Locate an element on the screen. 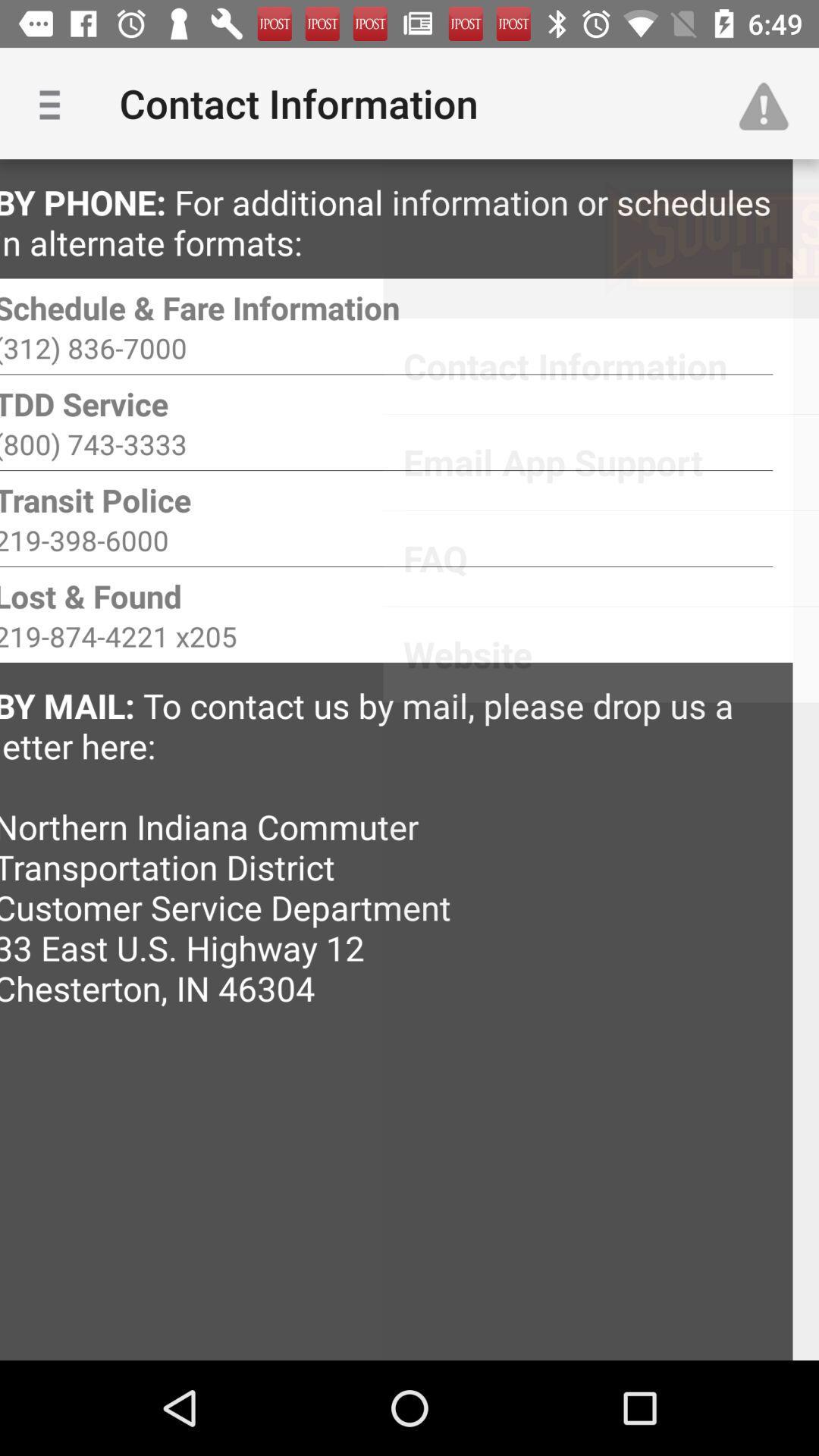 This screenshot has width=819, height=1456. the item to the left of contact information icon is located at coordinates (55, 102).